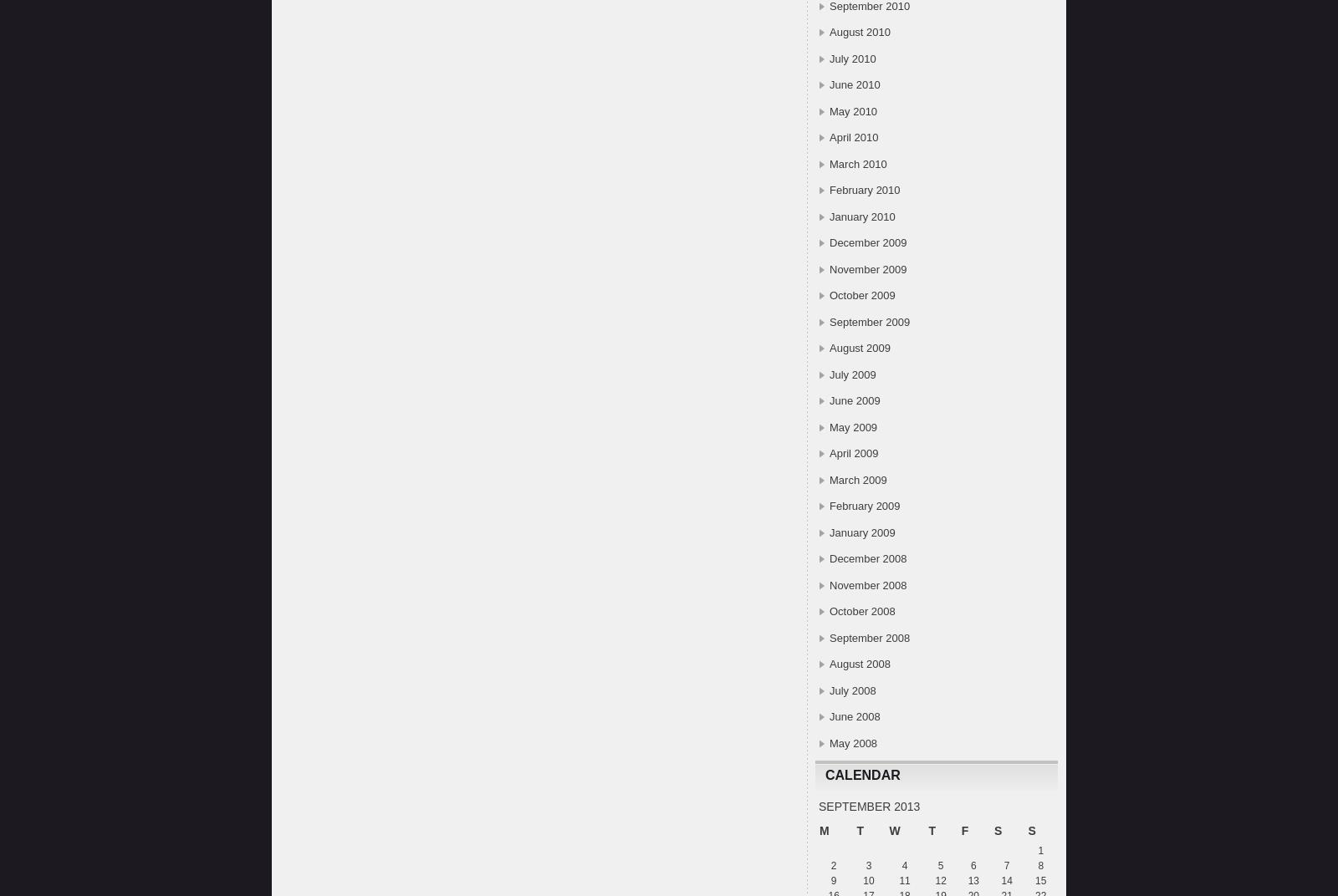 The image size is (1338, 896). Describe the element at coordinates (870, 321) in the screenshot. I see `'September 2009'` at that location.